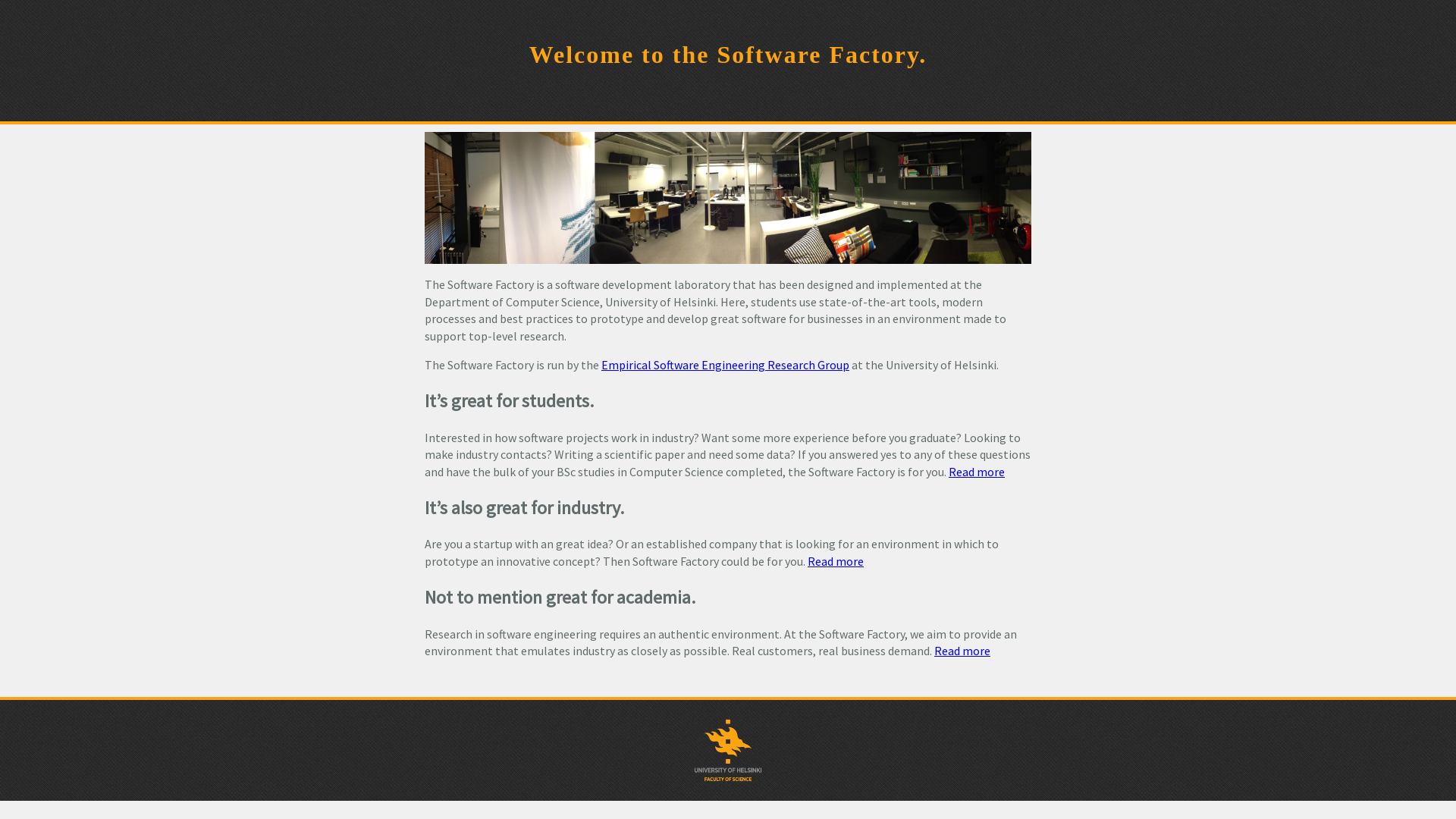 This screenshot has height=819, width=1456. I want to click on 'Empirical Software Engineering Research Group', so click(724, 365).